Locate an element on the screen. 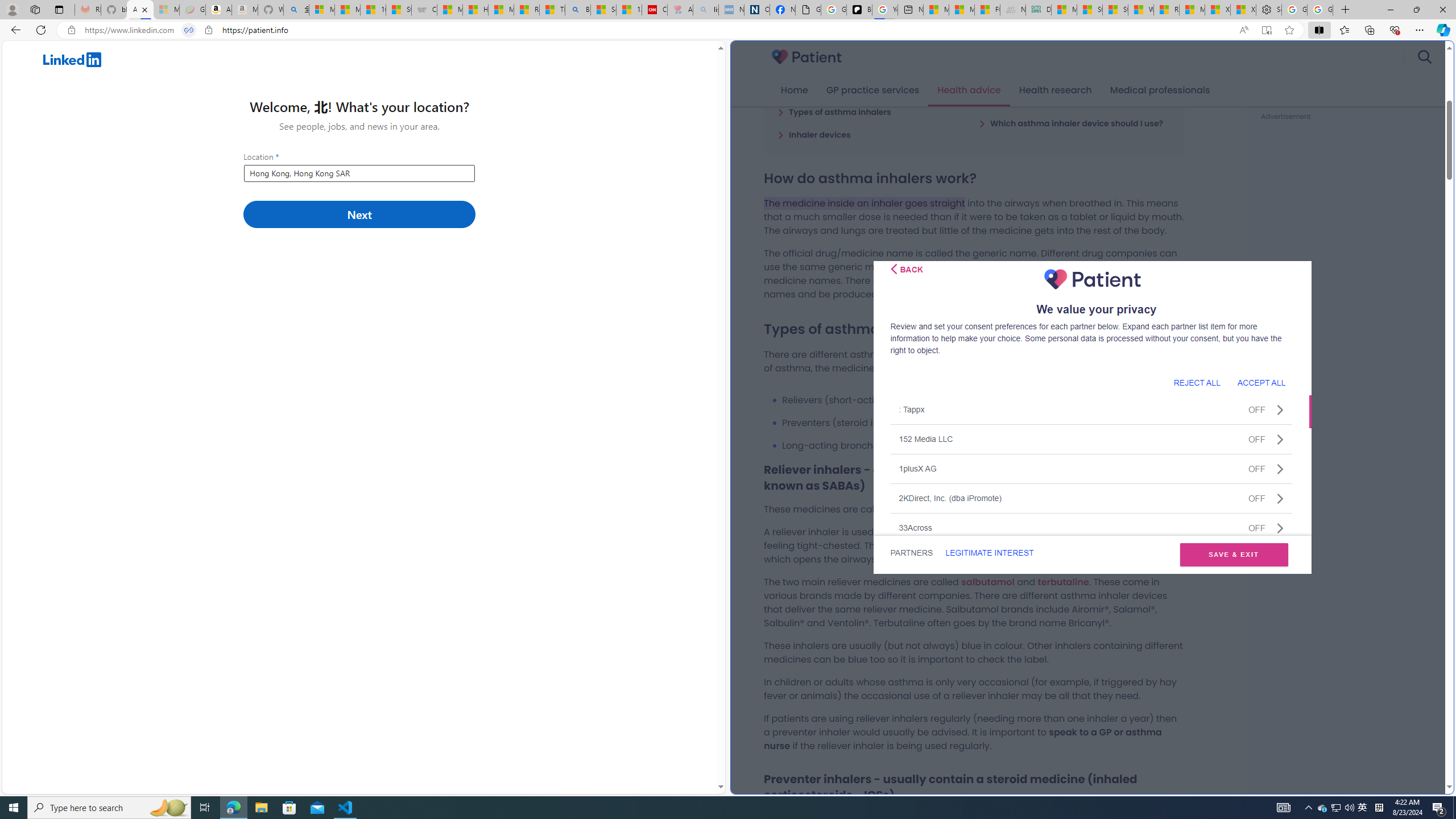  'terbutaline' is located at coordinates (1062, 581).